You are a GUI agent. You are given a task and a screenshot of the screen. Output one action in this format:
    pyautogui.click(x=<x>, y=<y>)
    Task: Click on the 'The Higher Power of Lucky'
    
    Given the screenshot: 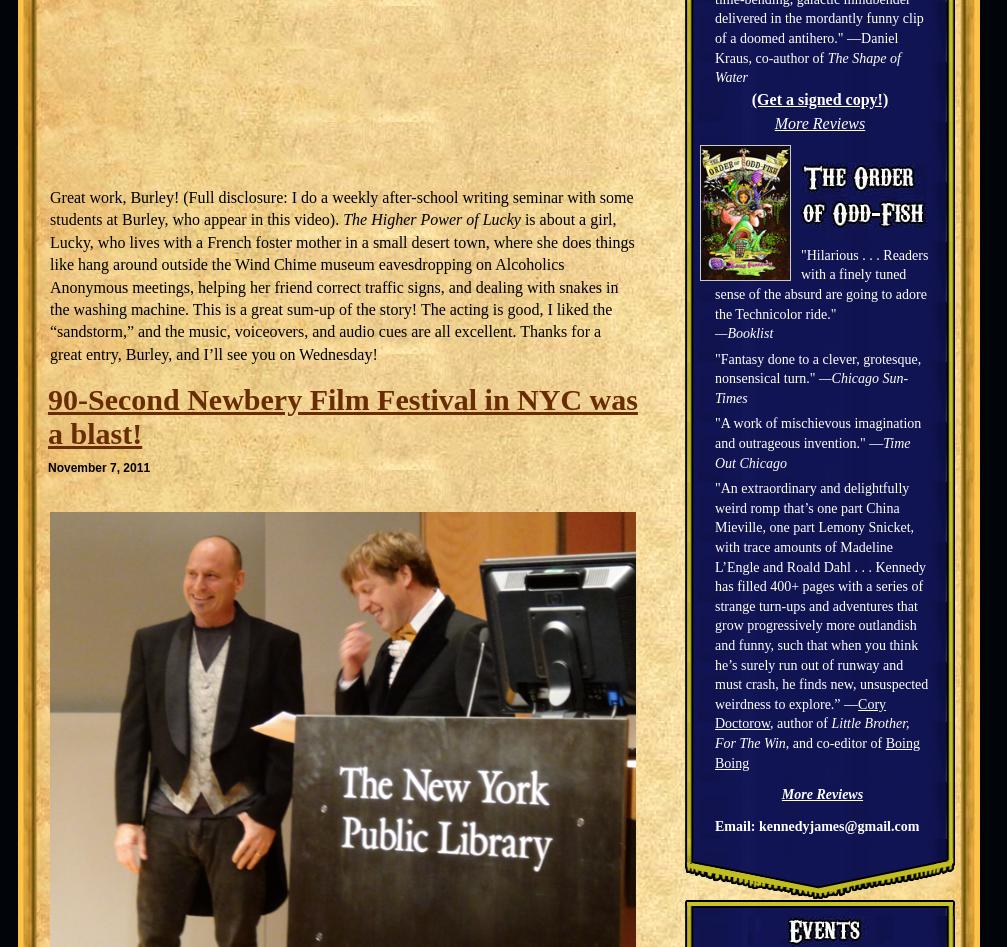 What is the action you would take?
    pyautogui.click(x=431, y=219)
    